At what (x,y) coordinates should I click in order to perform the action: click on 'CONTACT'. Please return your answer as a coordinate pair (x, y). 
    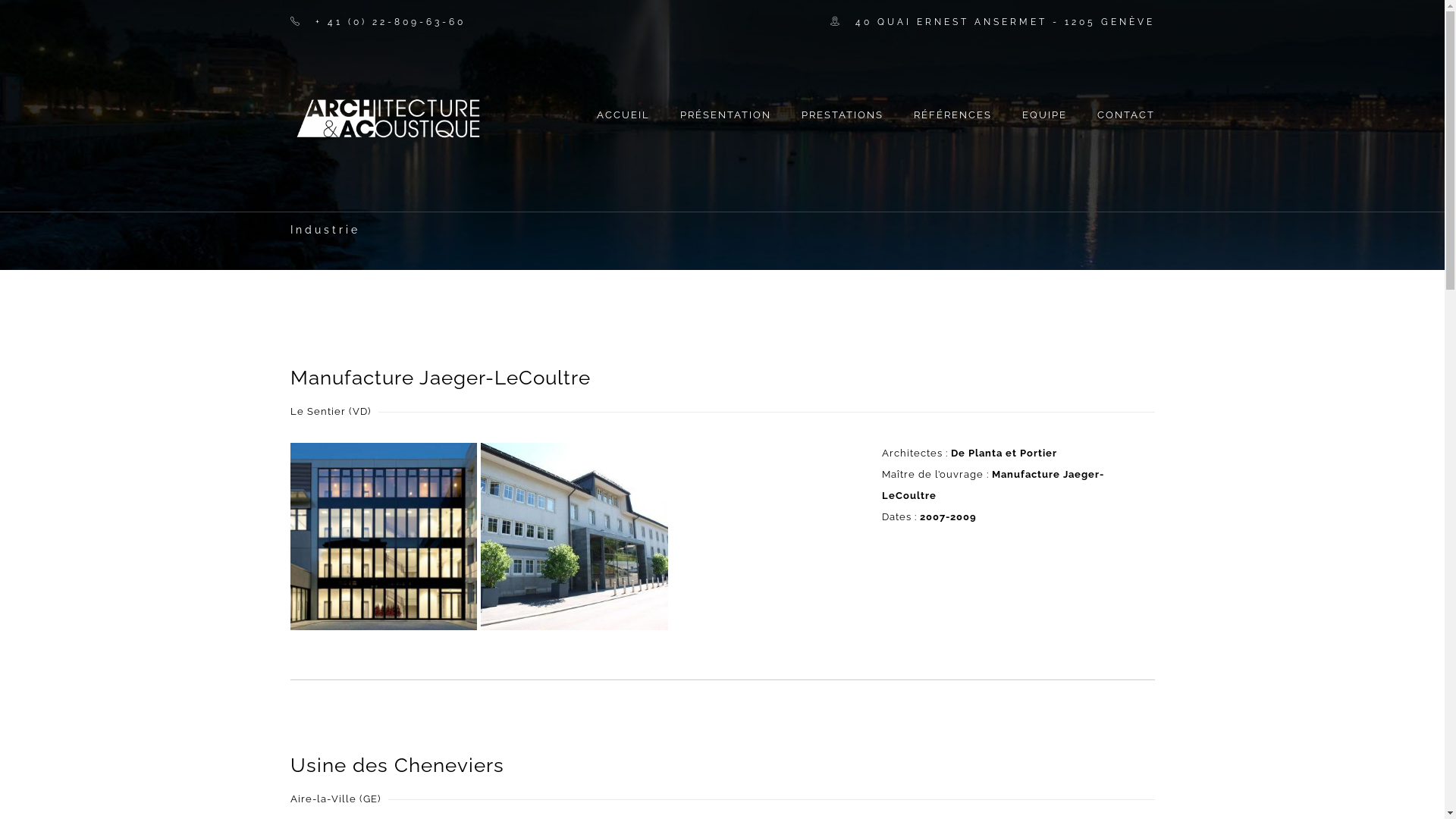
    Looking at the image, I should click on (1117, 106).